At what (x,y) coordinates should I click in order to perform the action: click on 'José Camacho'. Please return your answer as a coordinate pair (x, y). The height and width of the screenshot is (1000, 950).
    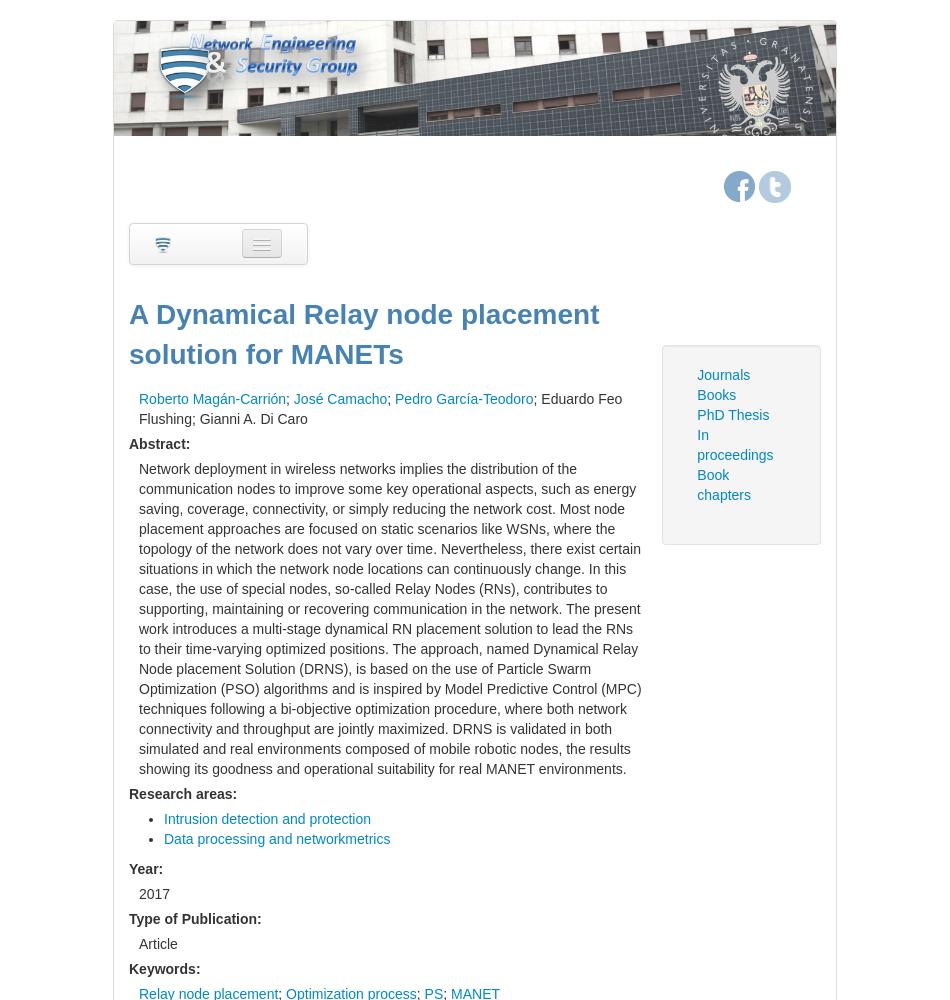
    Looking at the image, I should click on (339, 398).